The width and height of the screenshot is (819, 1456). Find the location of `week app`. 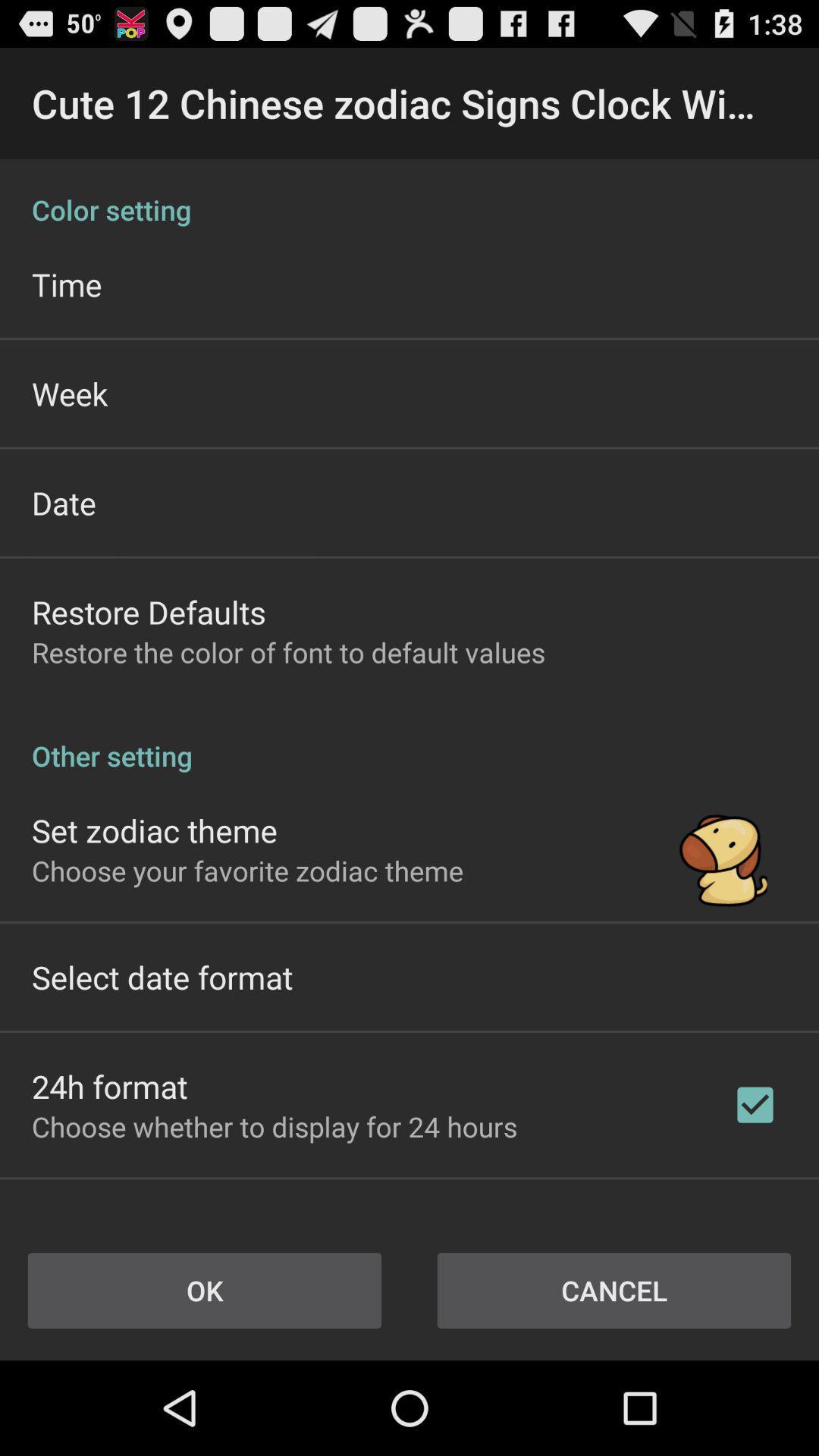

week app is located at coordinates (70, 393).